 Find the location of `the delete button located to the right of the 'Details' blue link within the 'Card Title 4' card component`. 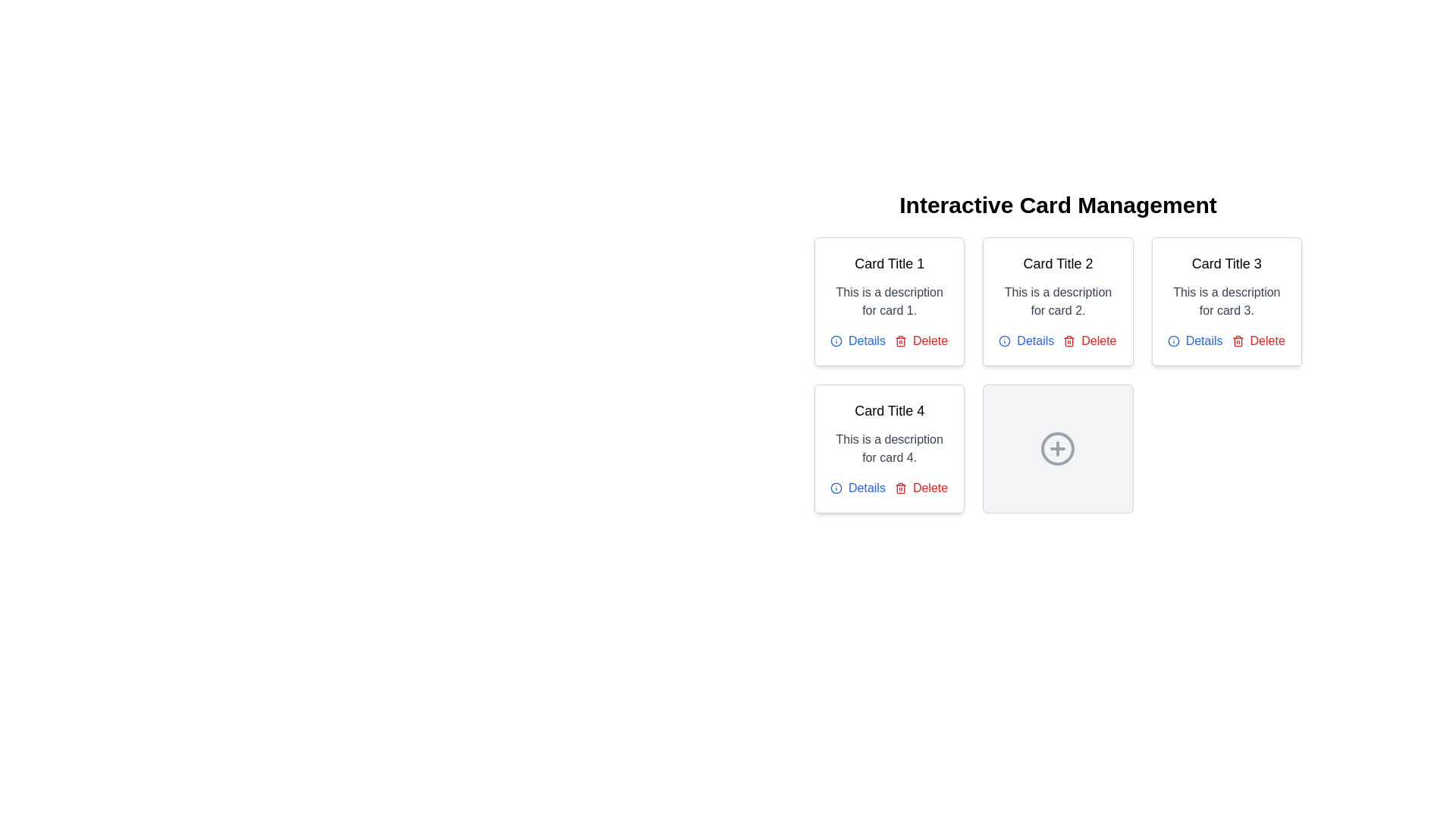

the delete button located to the right of the 'Details' blue link within the 'Card Title 4' card component is located at coordinates (920, 488).